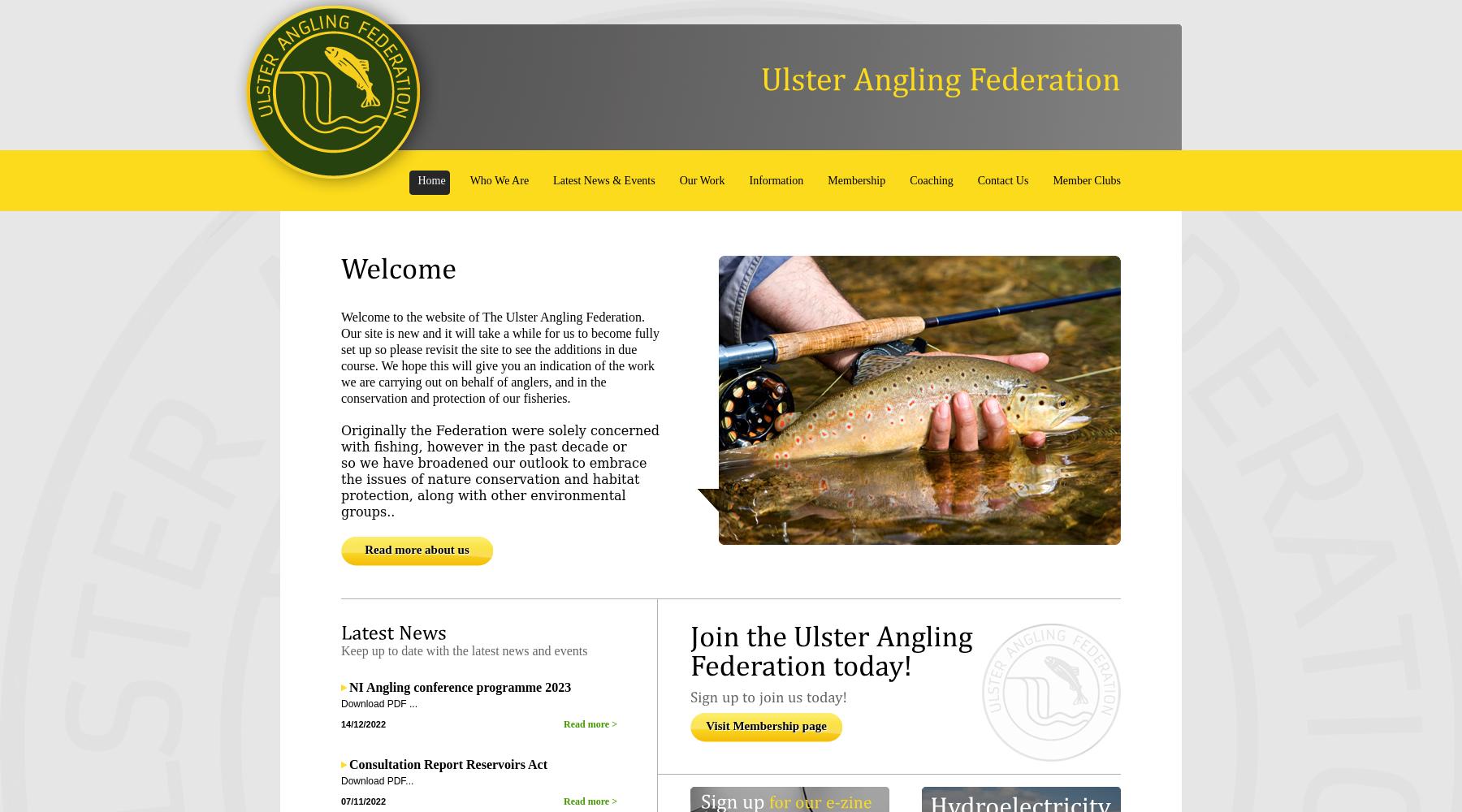  Describe the element at coordinates (464, 650) in the screenshot. I see `'Keep up to date with the latest news and events'` at that location.